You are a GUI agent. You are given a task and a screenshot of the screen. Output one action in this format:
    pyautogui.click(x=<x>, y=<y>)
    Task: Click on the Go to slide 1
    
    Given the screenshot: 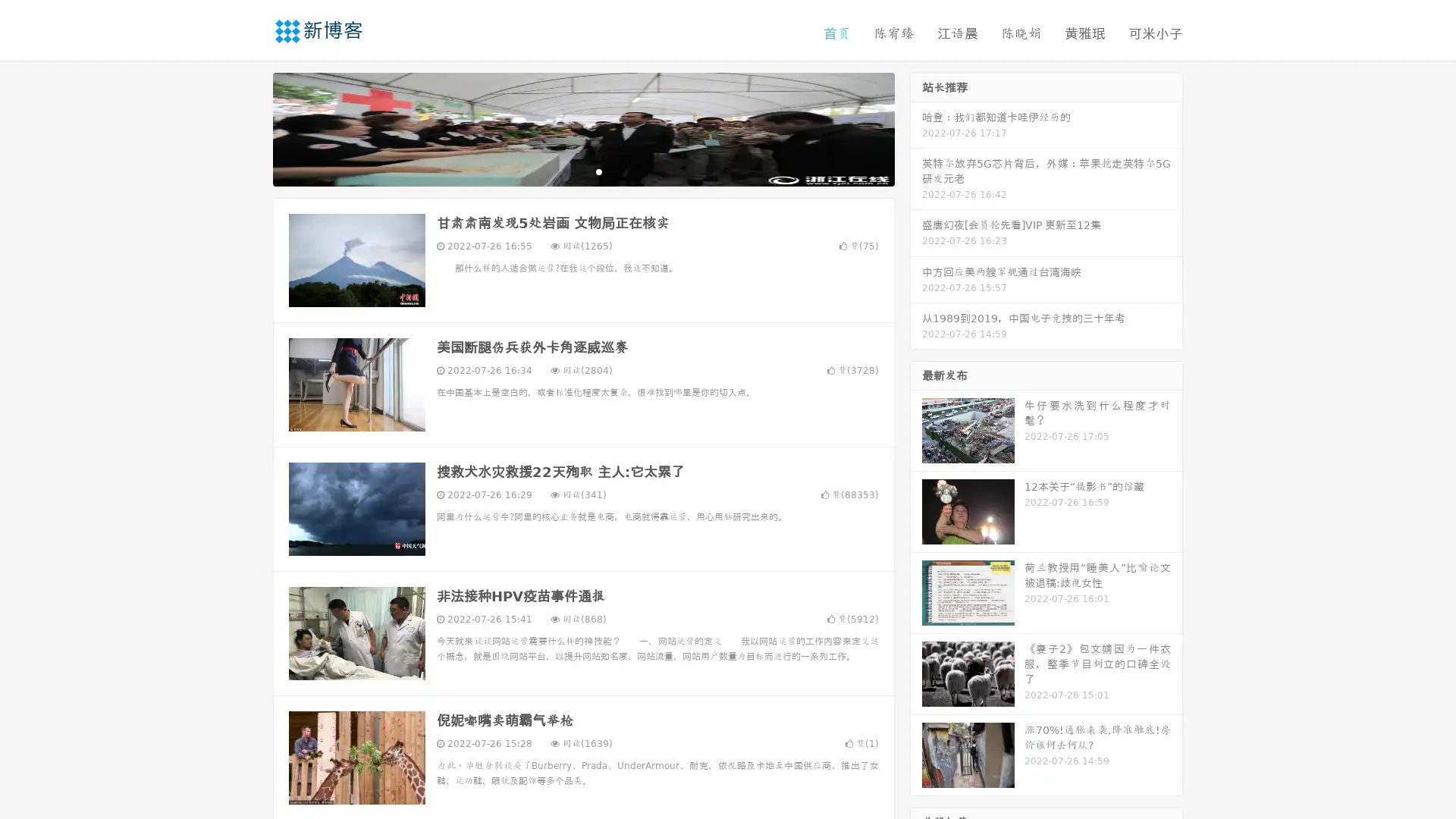 What is the action you would take?
    pyautogui.click(x=567, y=171)
    